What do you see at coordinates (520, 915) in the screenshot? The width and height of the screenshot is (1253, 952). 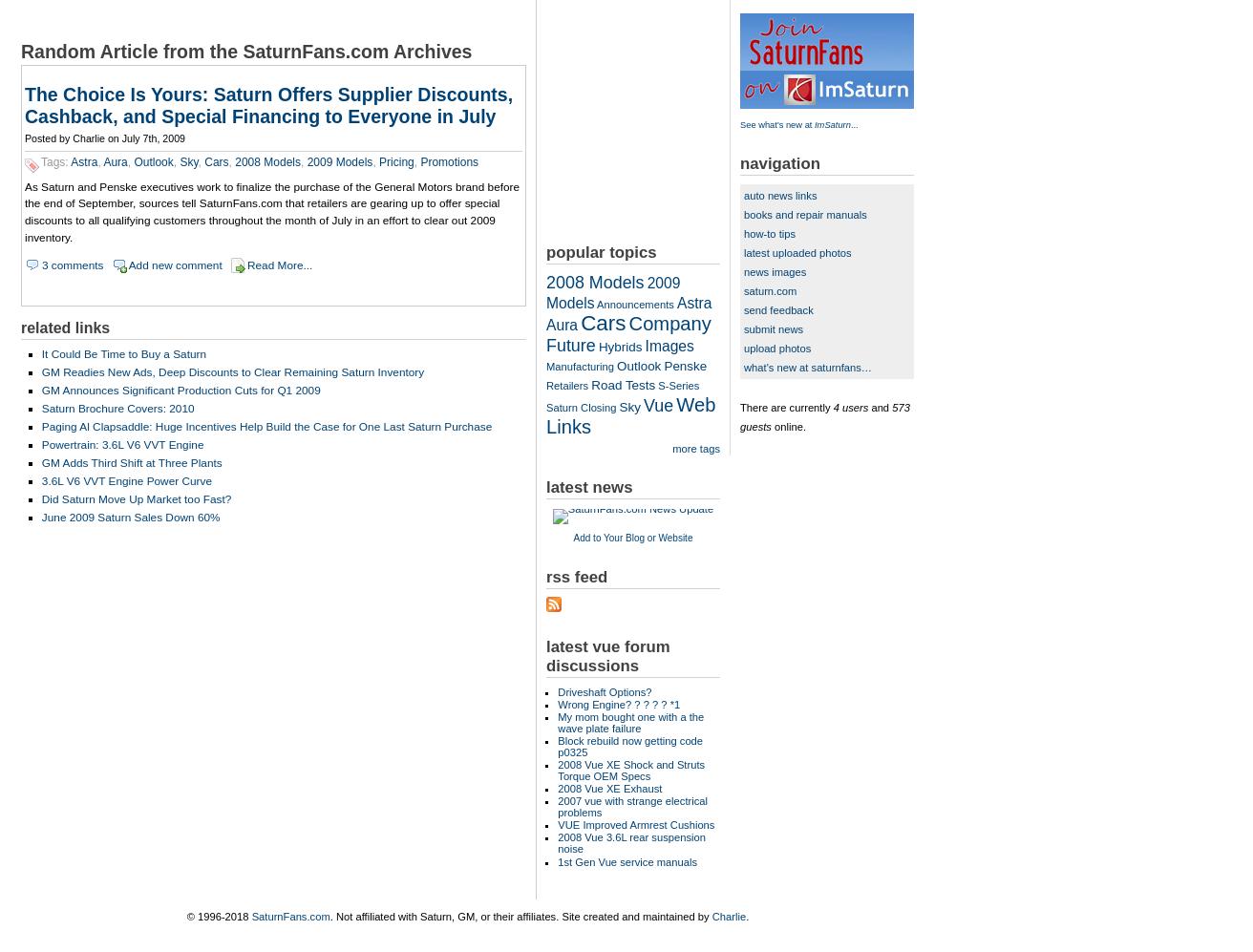 I see `'. Not affiliated with Saturn, GM, or their affiliates. Site created and maintained by'` at bounding box center [520, 915].